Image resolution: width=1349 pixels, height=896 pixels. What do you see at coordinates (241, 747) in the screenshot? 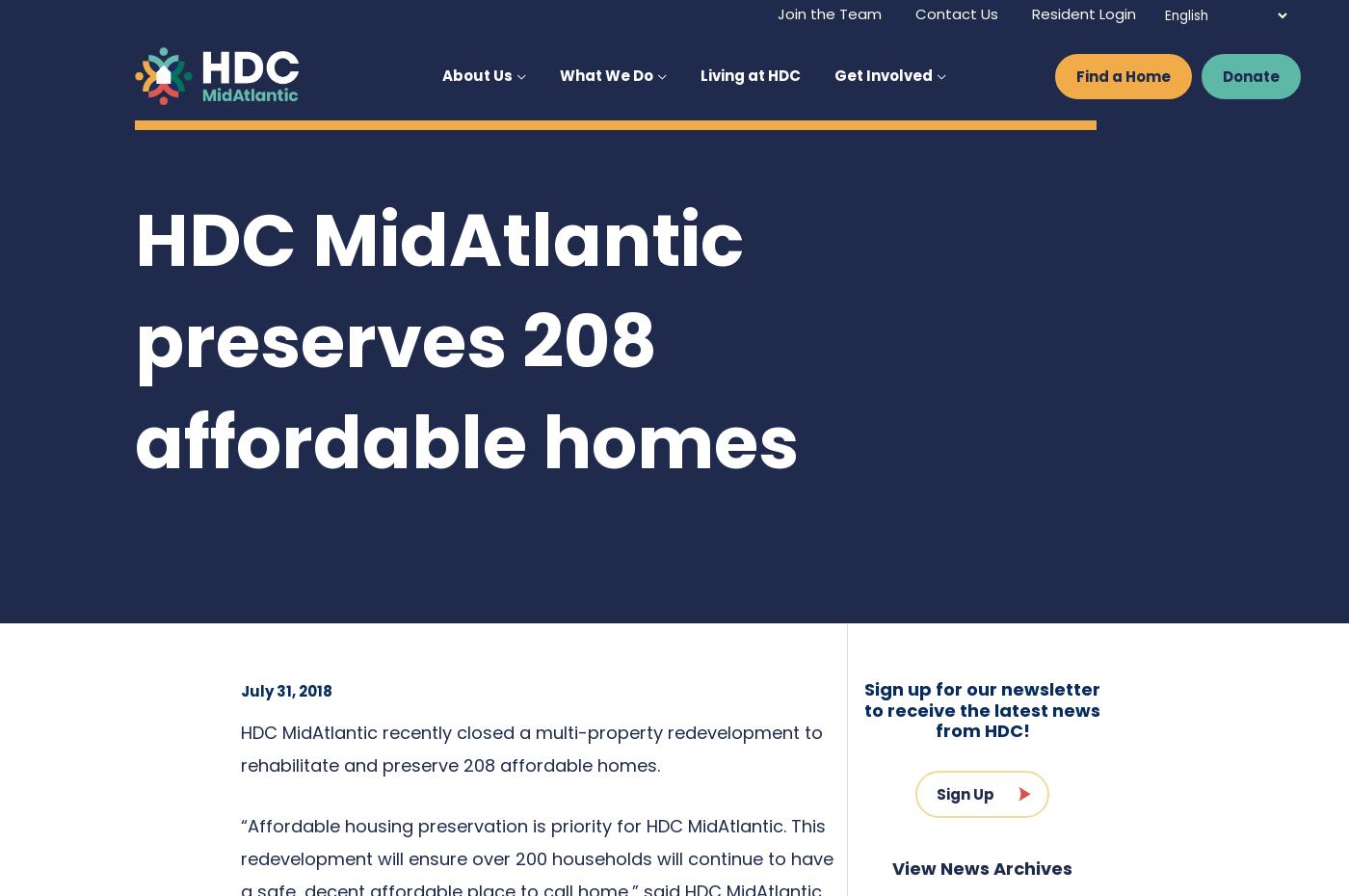
I see `'HDC MidAtlantic recently closed a multi-property redevelopment to rehabilitate and preserve 208 affordable homes.'` at bounding box center [241, 747].